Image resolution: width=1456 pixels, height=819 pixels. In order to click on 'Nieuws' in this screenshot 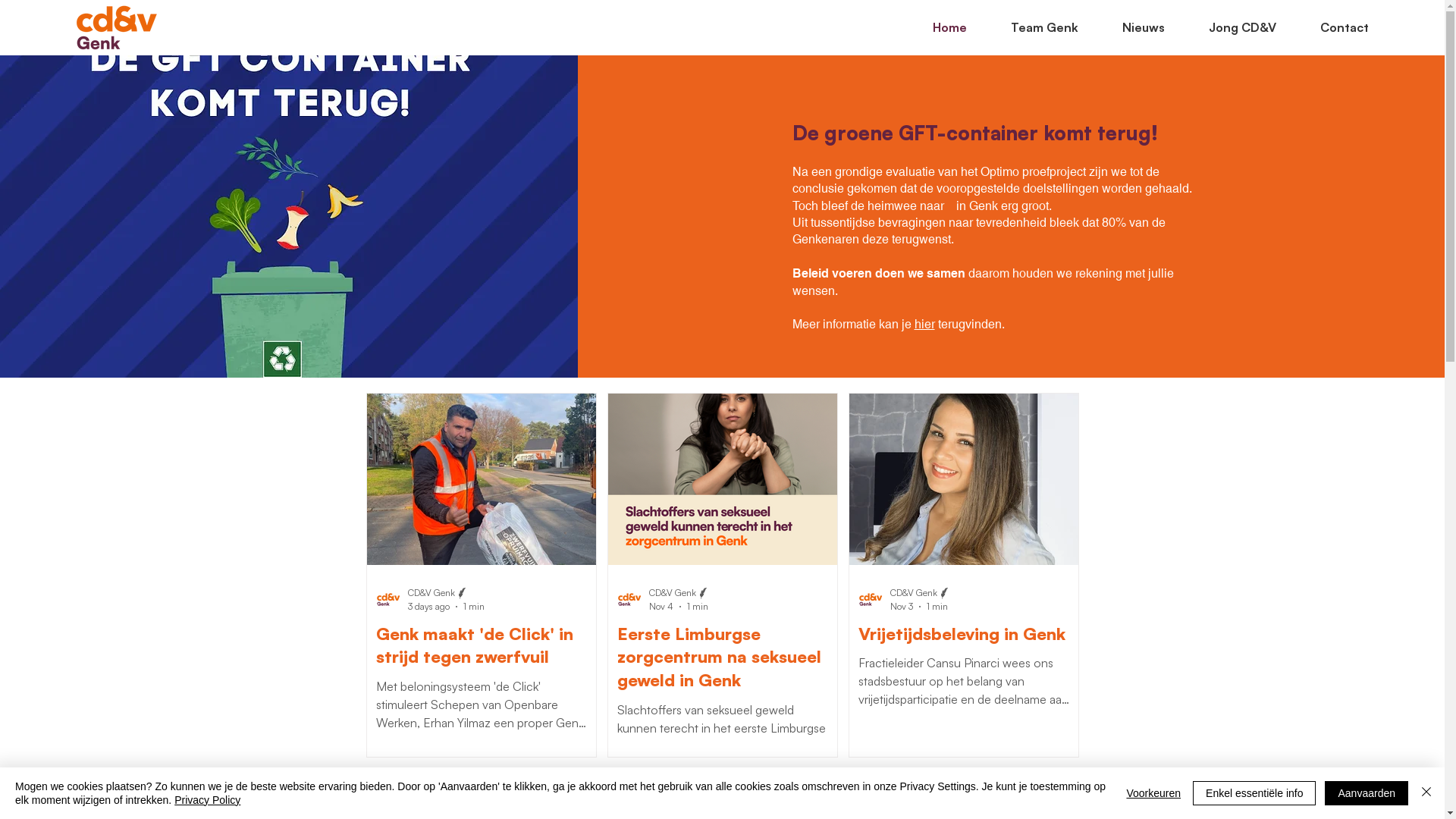, I will do `click(1088, 27)`.